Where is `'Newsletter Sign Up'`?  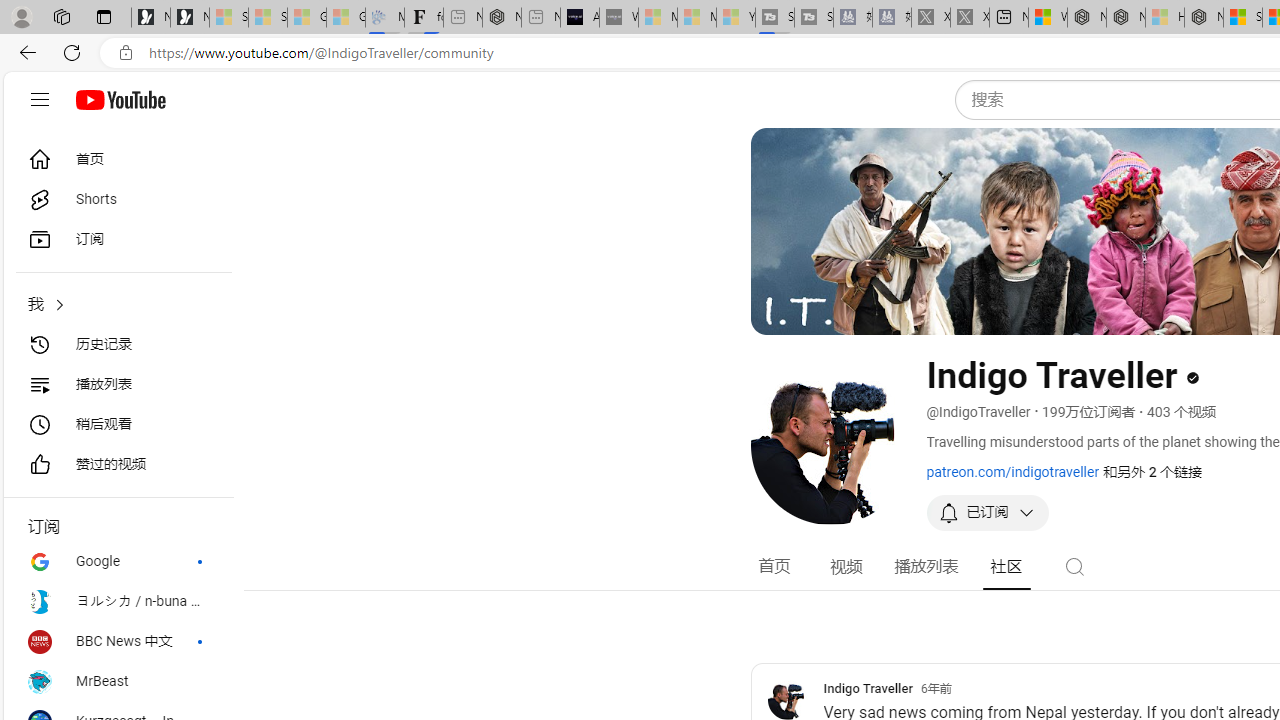
'Newsletter Sign Up' is located at coordinates (190, 17).